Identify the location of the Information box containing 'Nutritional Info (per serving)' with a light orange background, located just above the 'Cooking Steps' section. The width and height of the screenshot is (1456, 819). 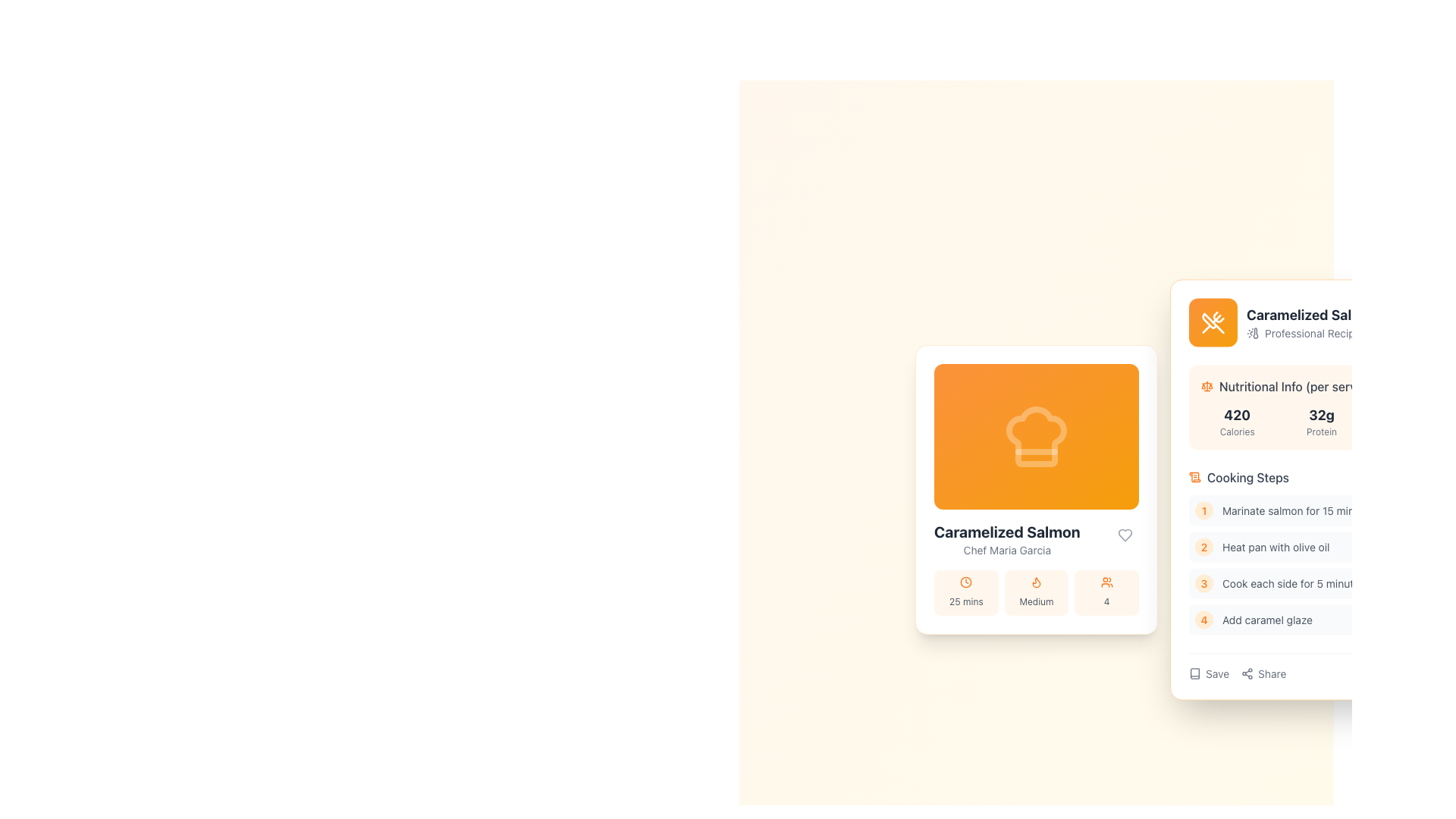
(1320, 406).